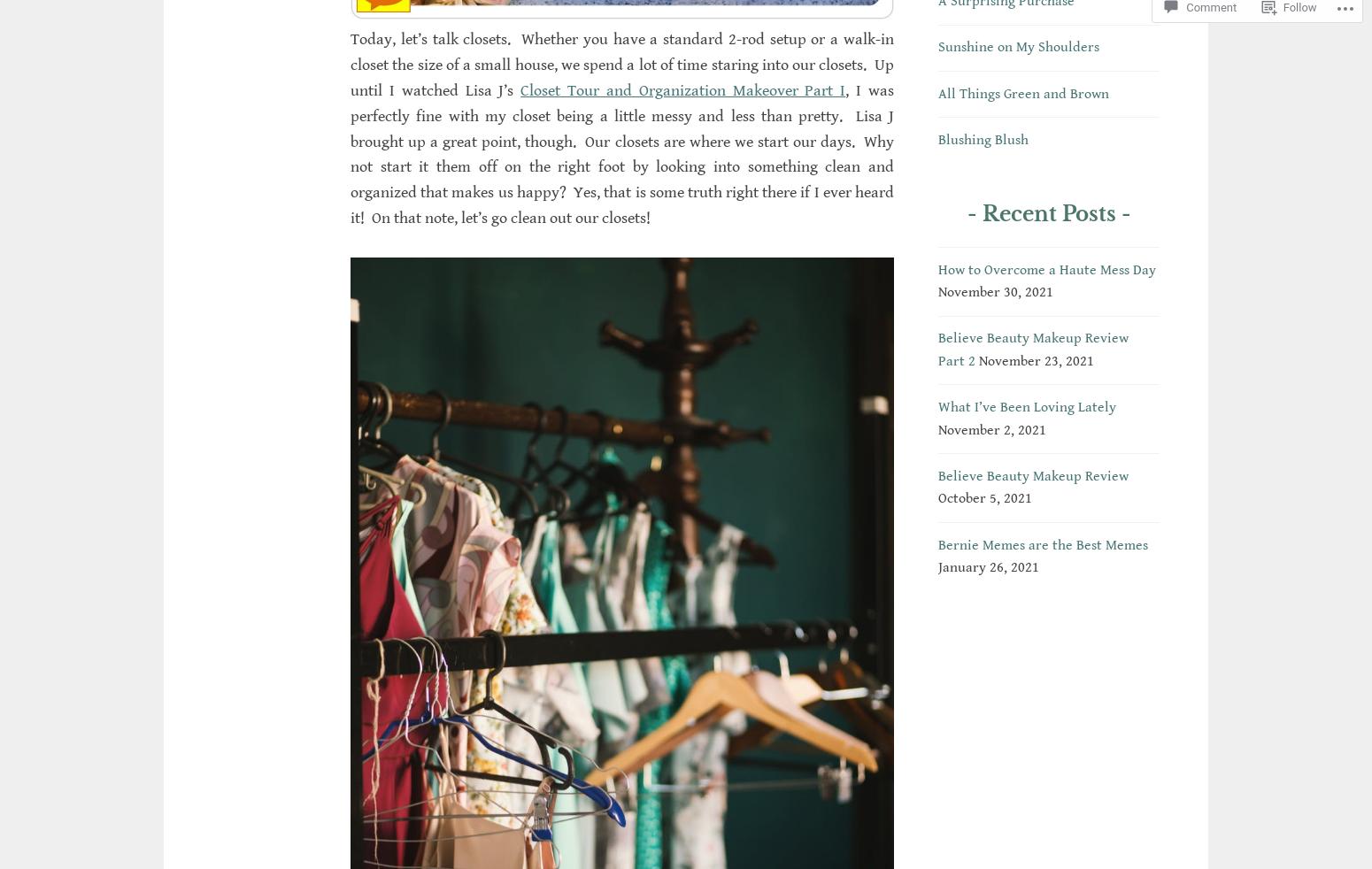 The width and height of the screenshot is (1372, 869). What do you see at coordinates (682, 89) in the screenshot?
I see `'Closet Tour and Organization Makeover Part I'` at bounding box center [682, 89].